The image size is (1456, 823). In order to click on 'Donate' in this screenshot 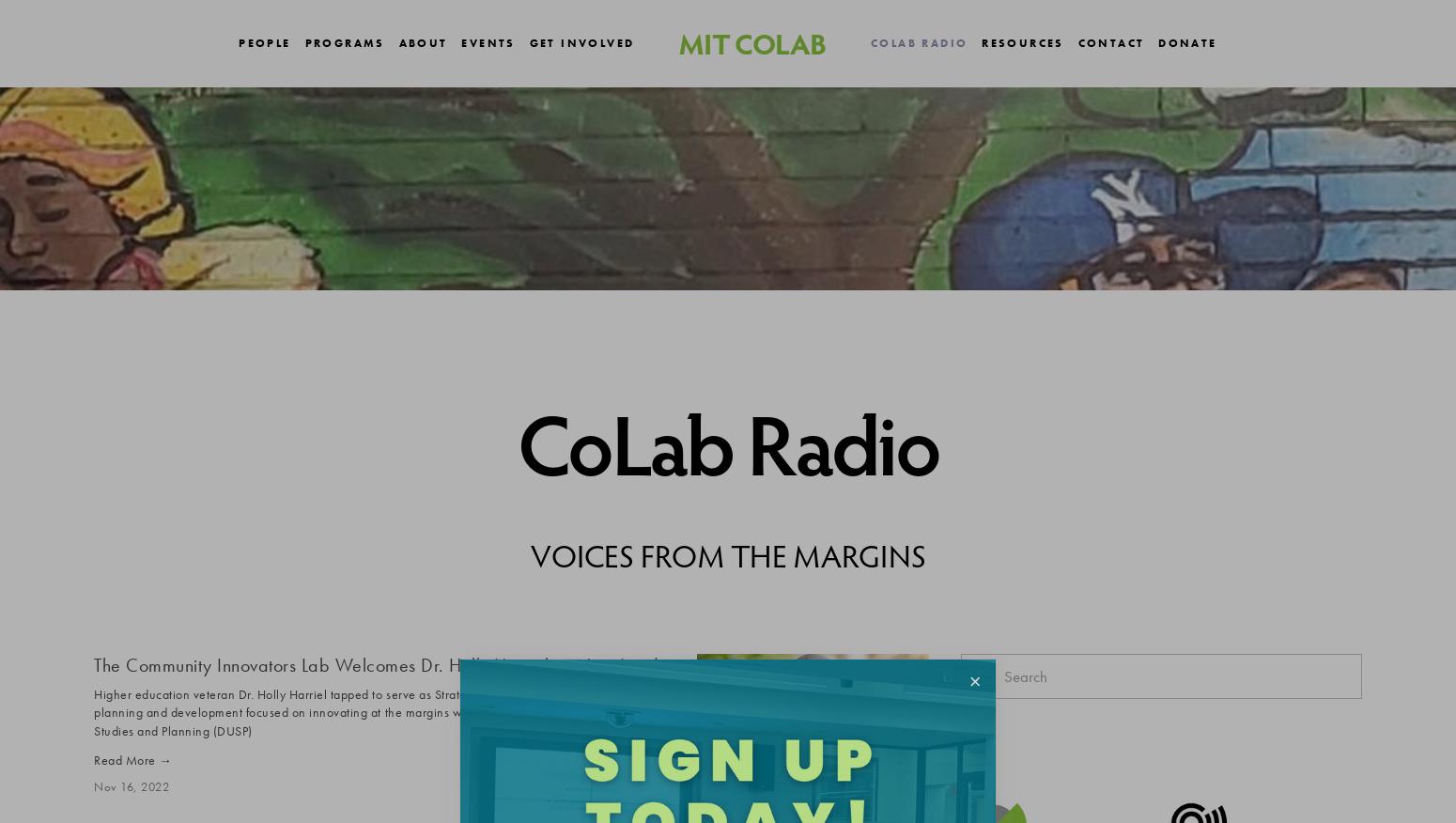, I will do `click(1186, 41)`.